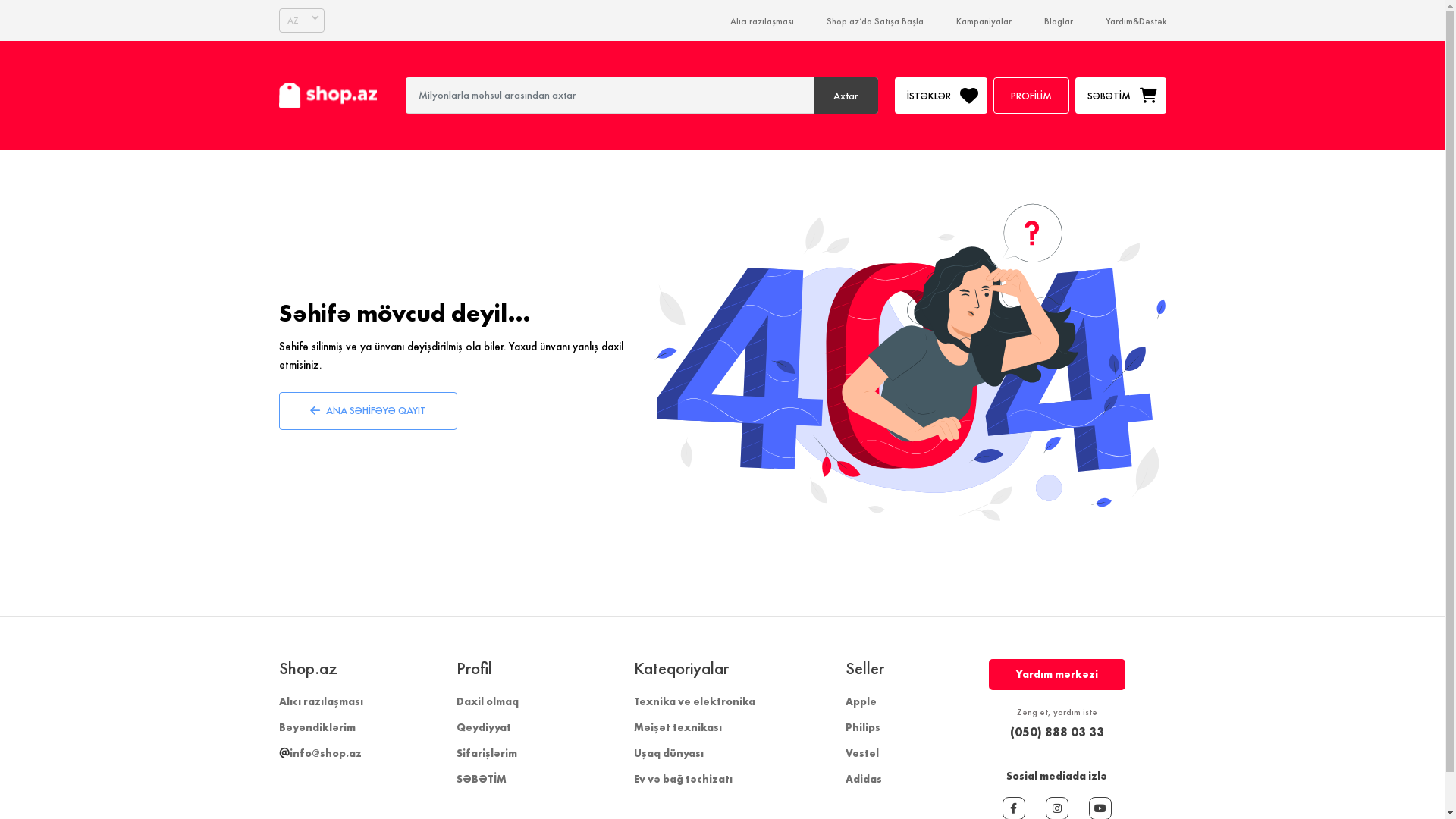  I want to click on 'Qeydiyyat', so click(483, 726).